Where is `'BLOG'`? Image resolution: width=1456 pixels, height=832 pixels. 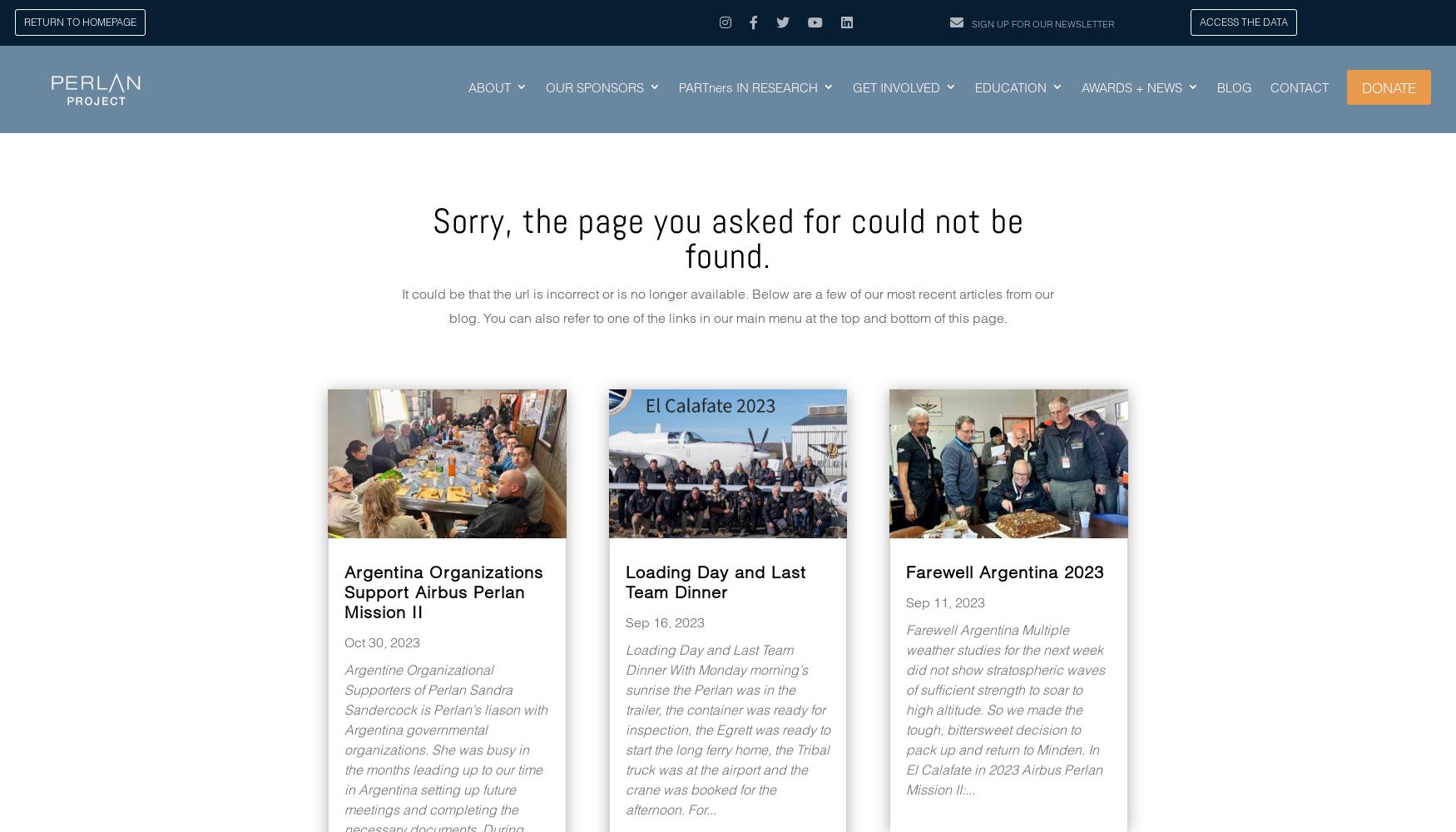
'BLOG' is located at coordinates (1235, 87).